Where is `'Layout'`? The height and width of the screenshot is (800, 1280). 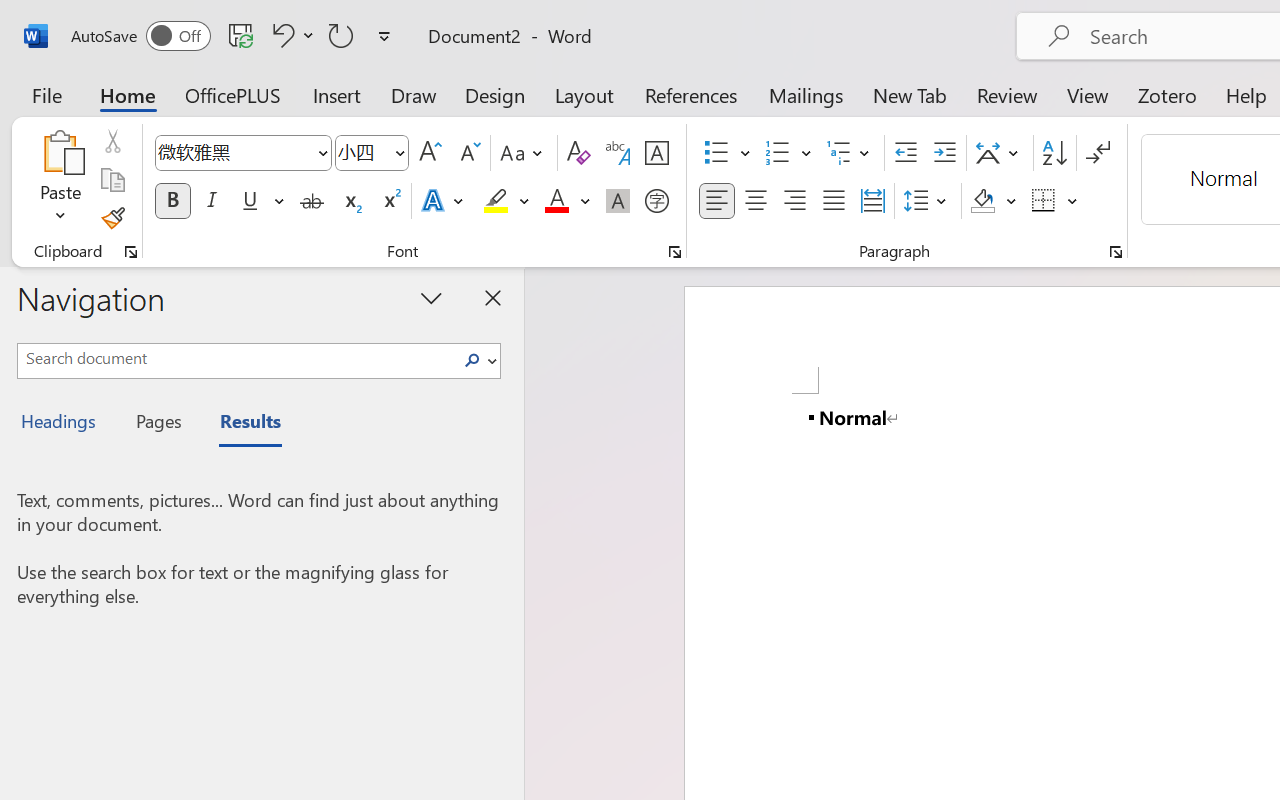
'Layout' is located at coordinates (583, 94).